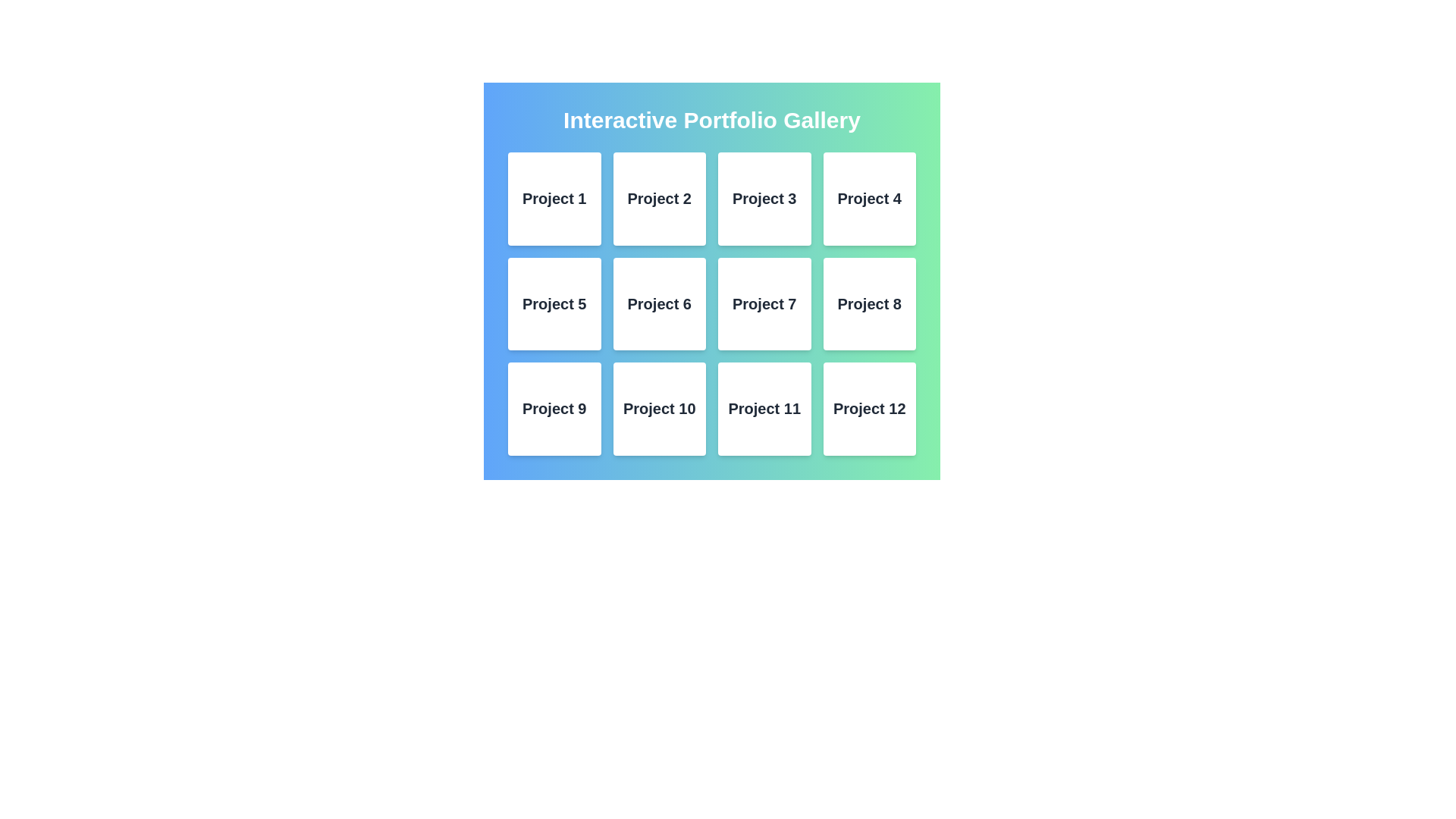  What do you see at coordinates (659, 303) in the screenshot?
I see `the card displaying 'Project 6' in bold black font` at bounding box center [659, 303].